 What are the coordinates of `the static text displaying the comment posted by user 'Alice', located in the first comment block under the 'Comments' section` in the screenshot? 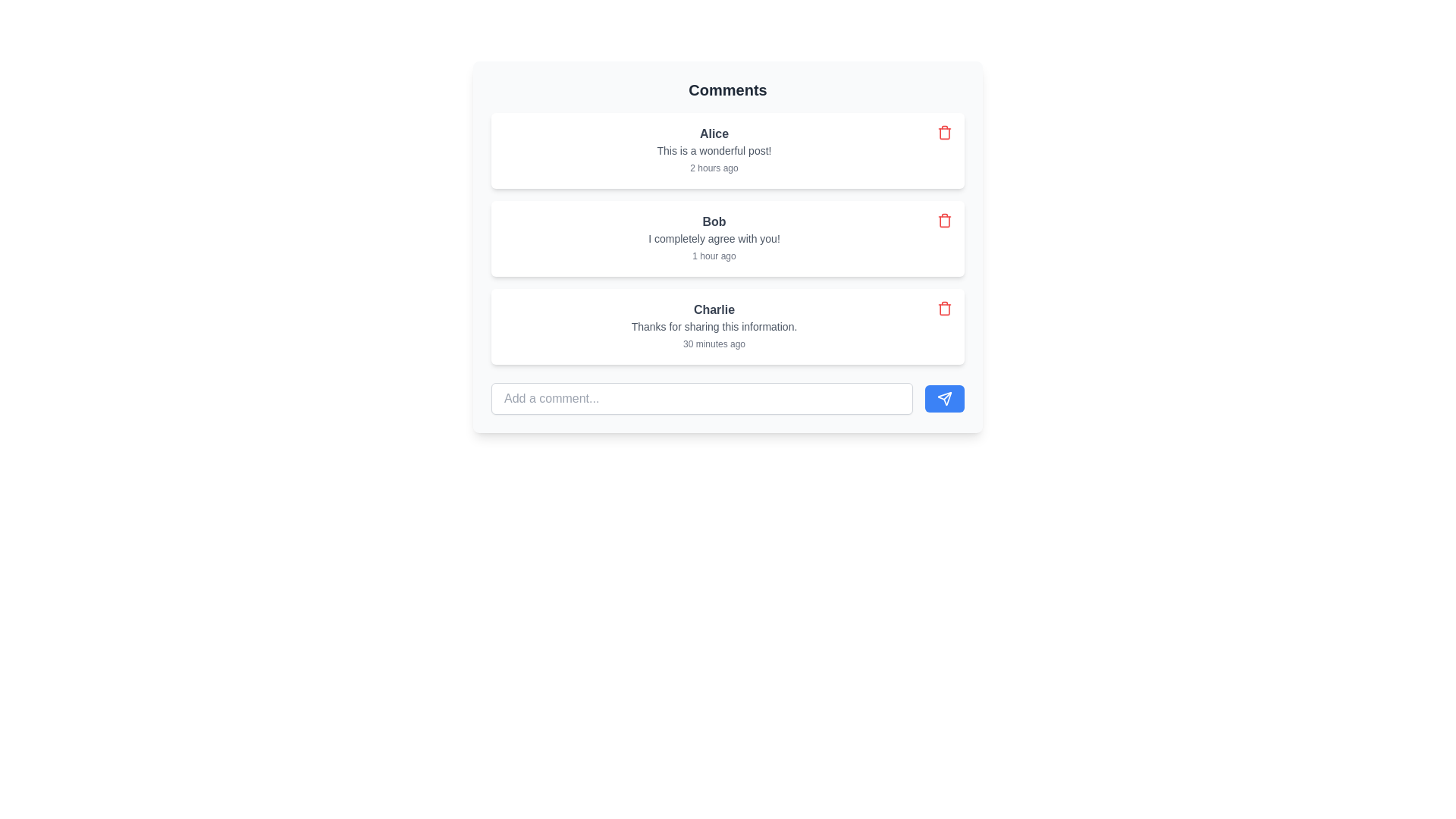 It's located at (713, 151).